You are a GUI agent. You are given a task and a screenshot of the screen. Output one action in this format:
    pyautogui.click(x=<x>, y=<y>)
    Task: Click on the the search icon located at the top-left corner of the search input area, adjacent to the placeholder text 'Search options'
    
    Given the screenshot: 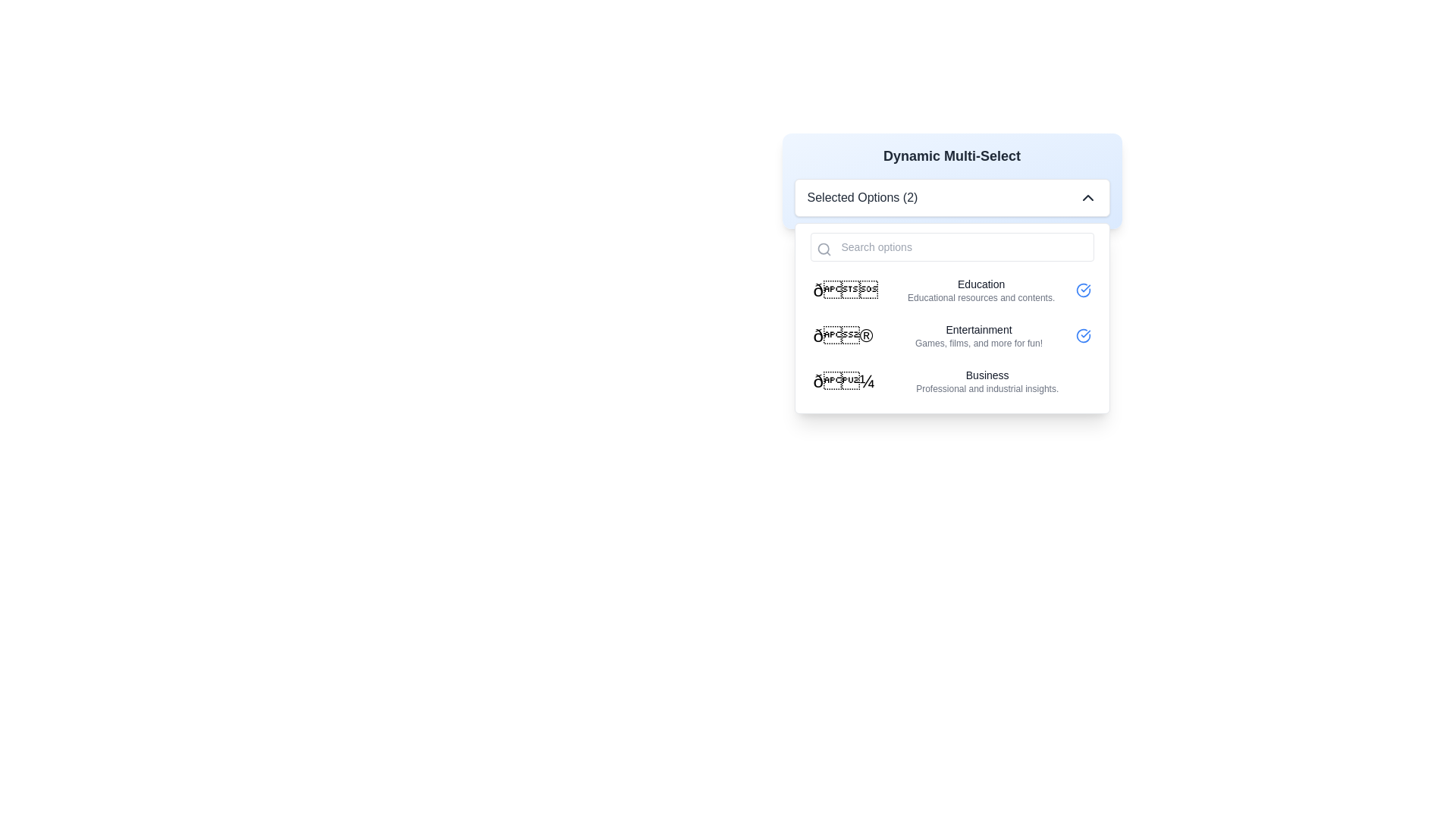 What is the action you would take?
    pyautogui.click(x=823, y=248)
    